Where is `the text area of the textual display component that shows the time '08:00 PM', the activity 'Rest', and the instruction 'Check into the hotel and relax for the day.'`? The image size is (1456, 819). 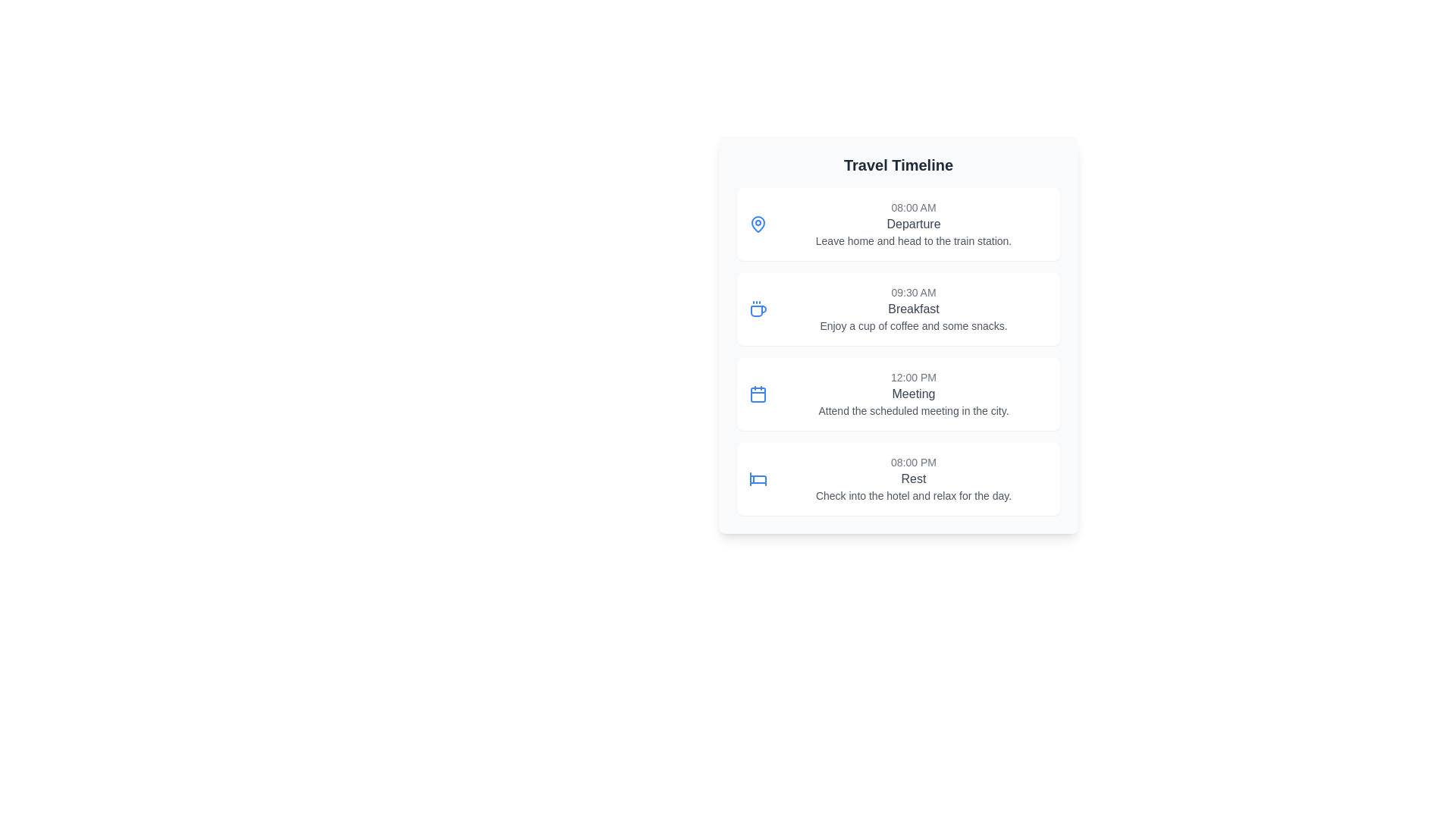
the text area of the textual display component that shows the time '08:00 PM', the activity 'Rest', and the instruction 'Check into the hotel and relax for the day.' is located at coordinates (912, 479).